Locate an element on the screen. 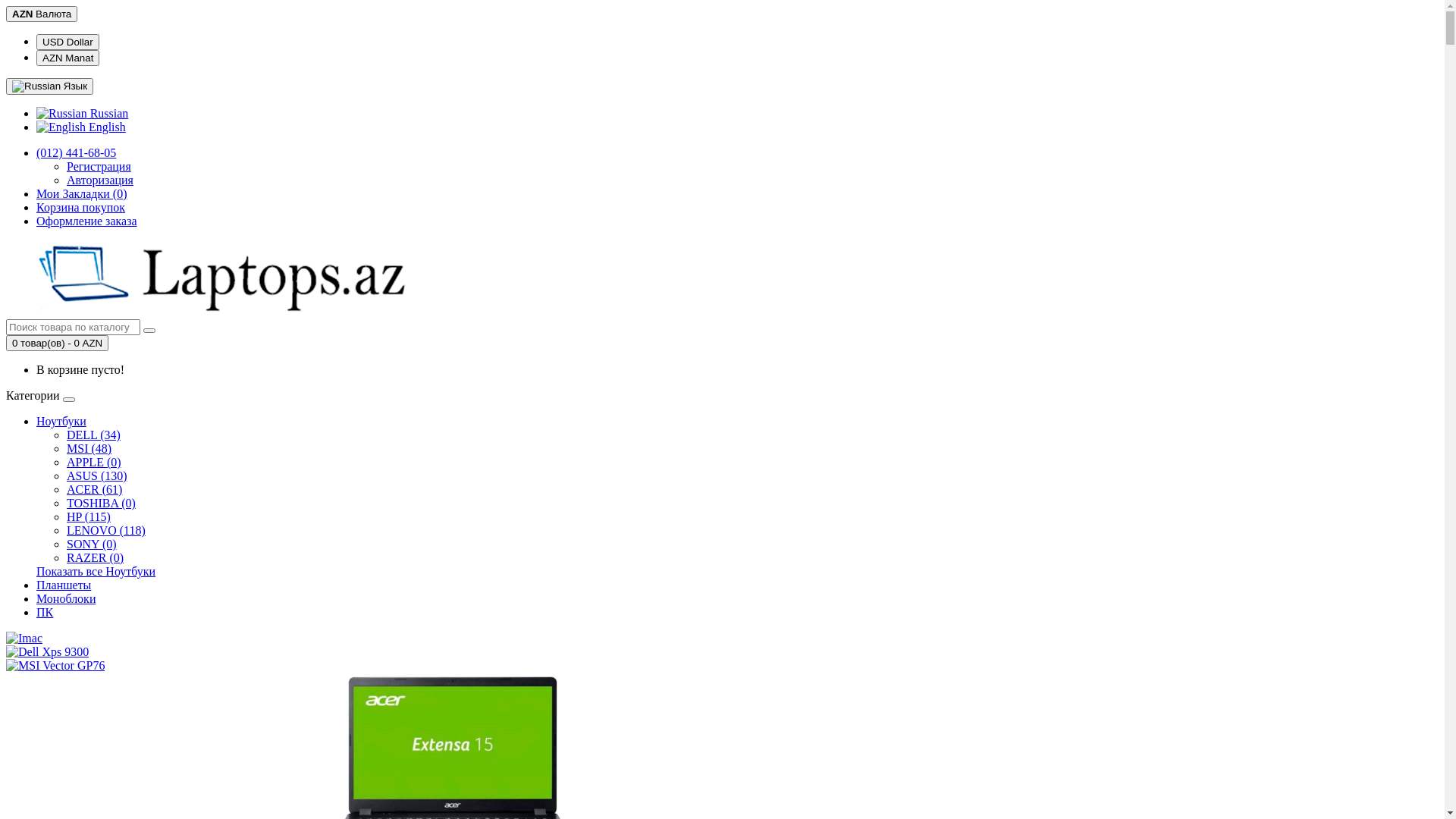 The image size is (1456, 819). 'ACER (61)' is located at coordinates (93, 489).